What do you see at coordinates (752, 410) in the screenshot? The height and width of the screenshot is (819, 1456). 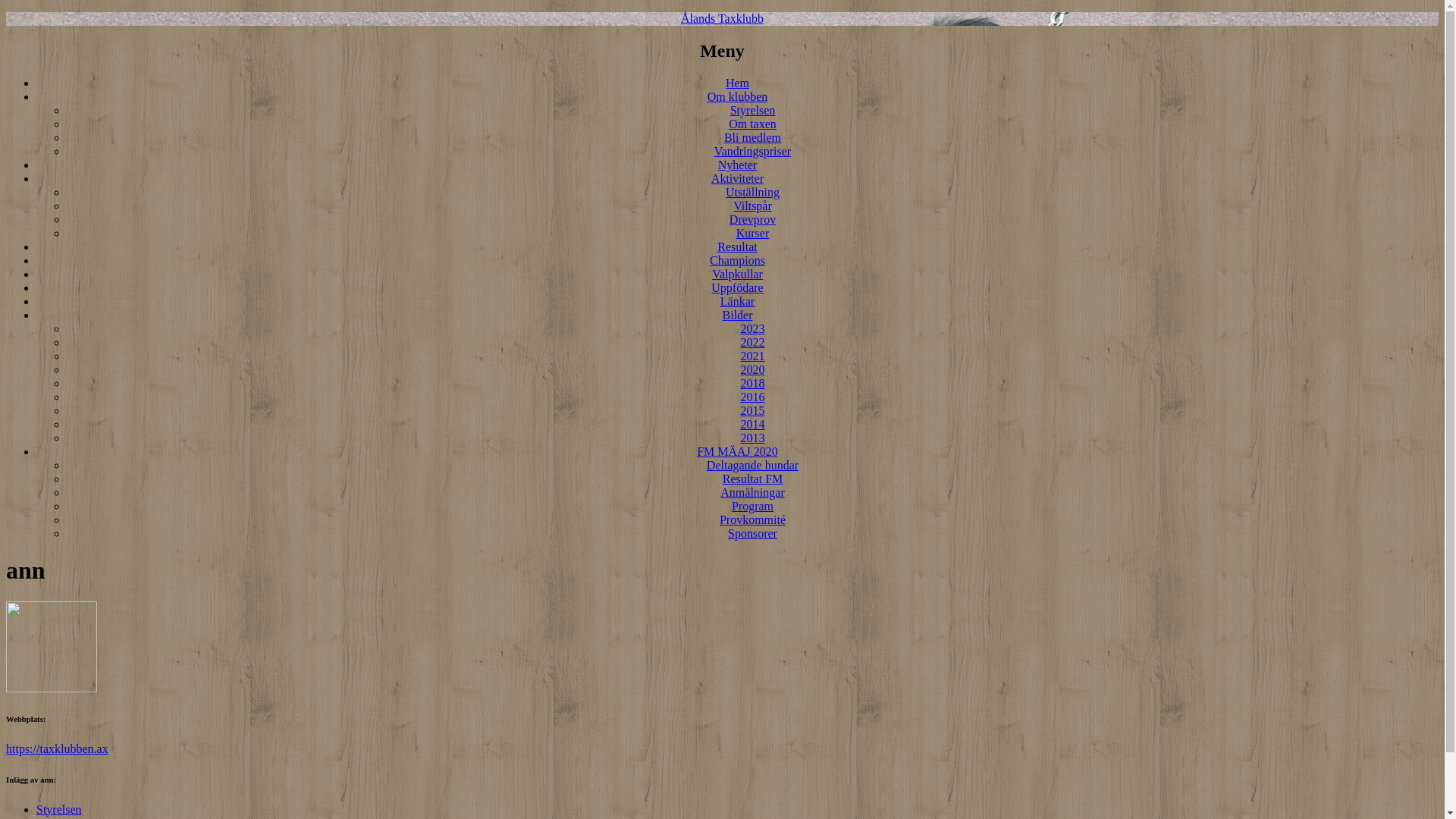 I see `'2015'` at bounding box center [752, 410].